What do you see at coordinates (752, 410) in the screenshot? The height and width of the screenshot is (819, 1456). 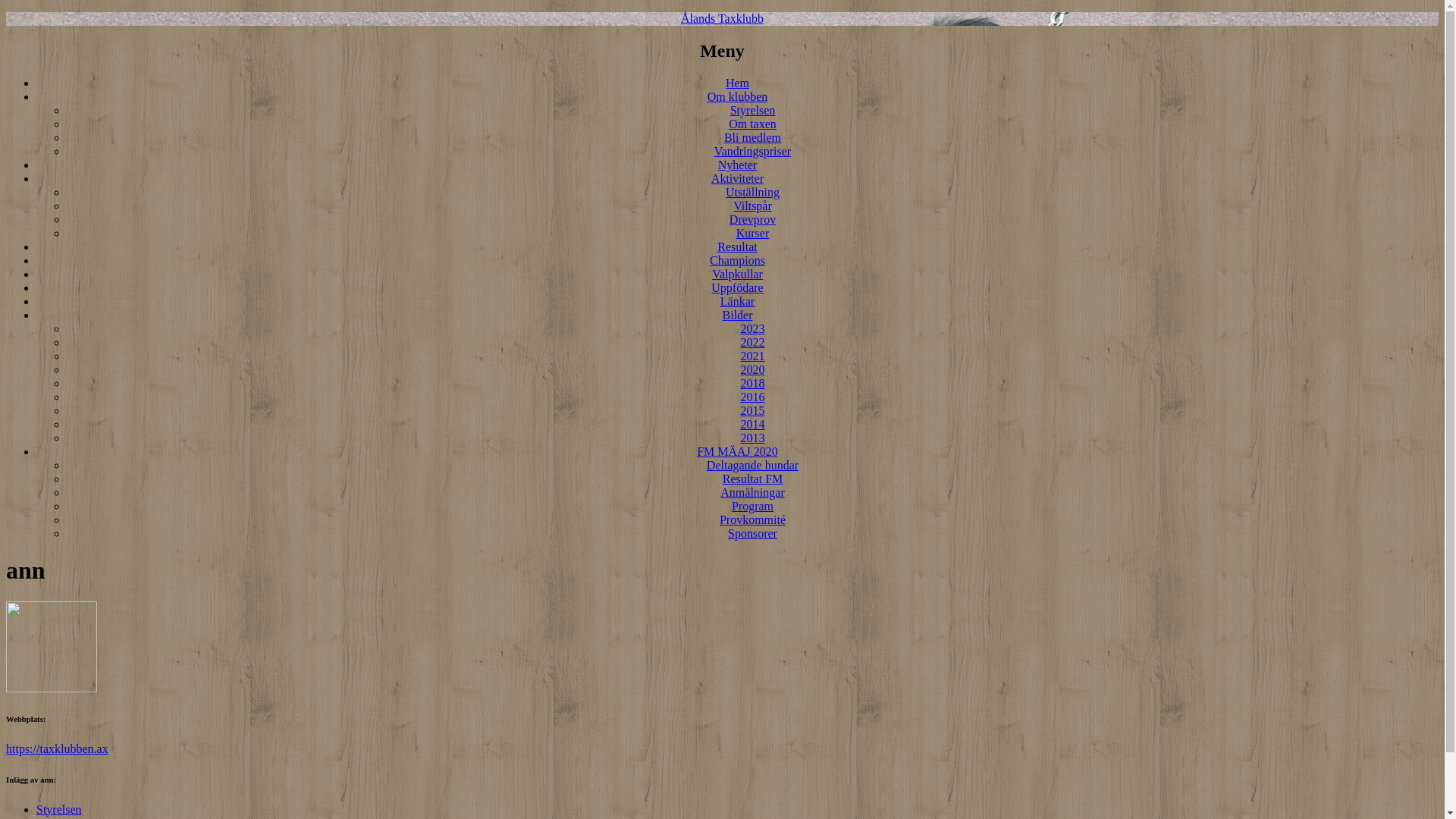 I see `'2015'` at bounding box center [752, 410].